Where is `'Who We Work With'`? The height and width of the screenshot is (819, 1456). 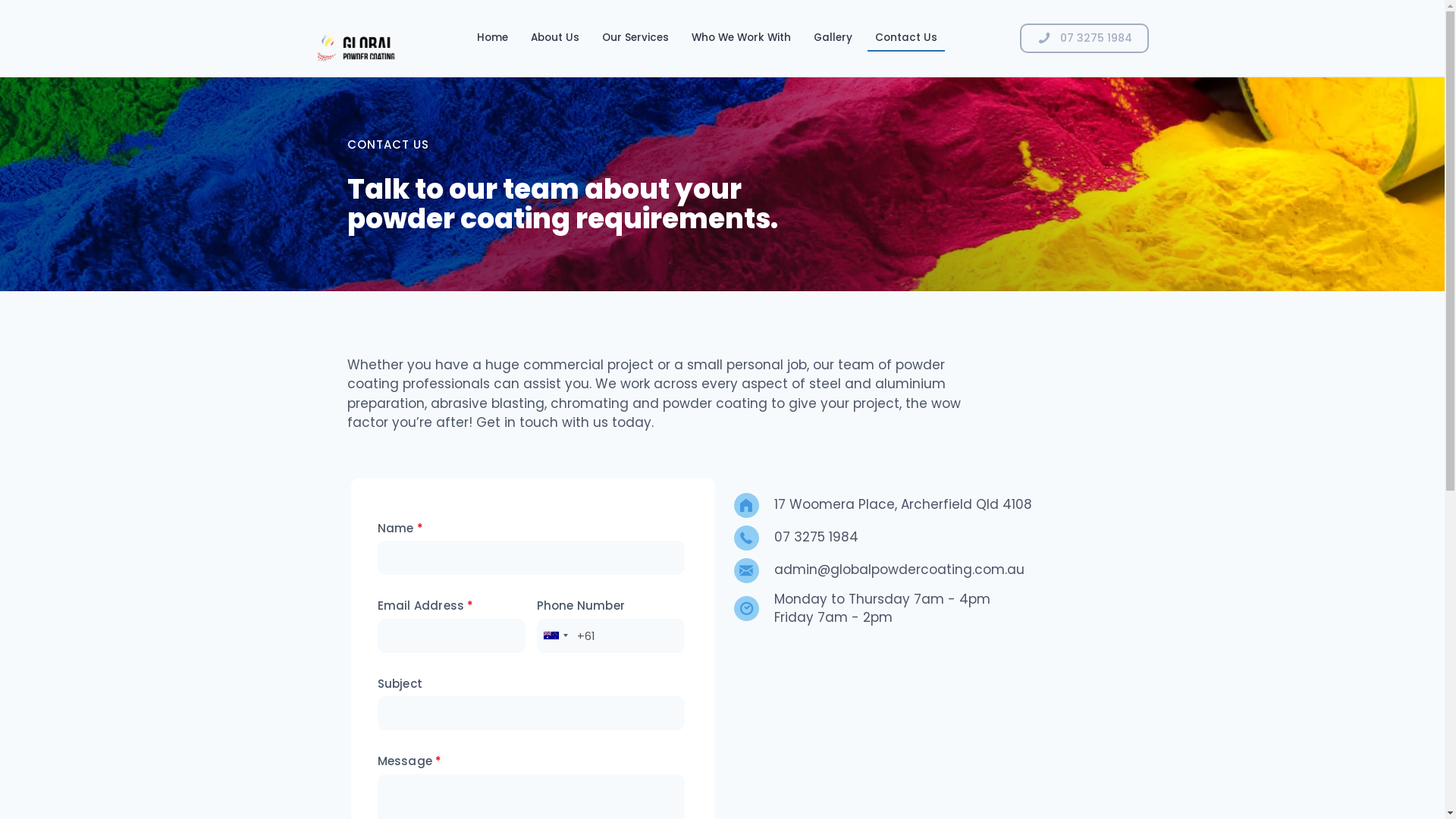 'Who We Work With' is located at coordinates (741, 37).